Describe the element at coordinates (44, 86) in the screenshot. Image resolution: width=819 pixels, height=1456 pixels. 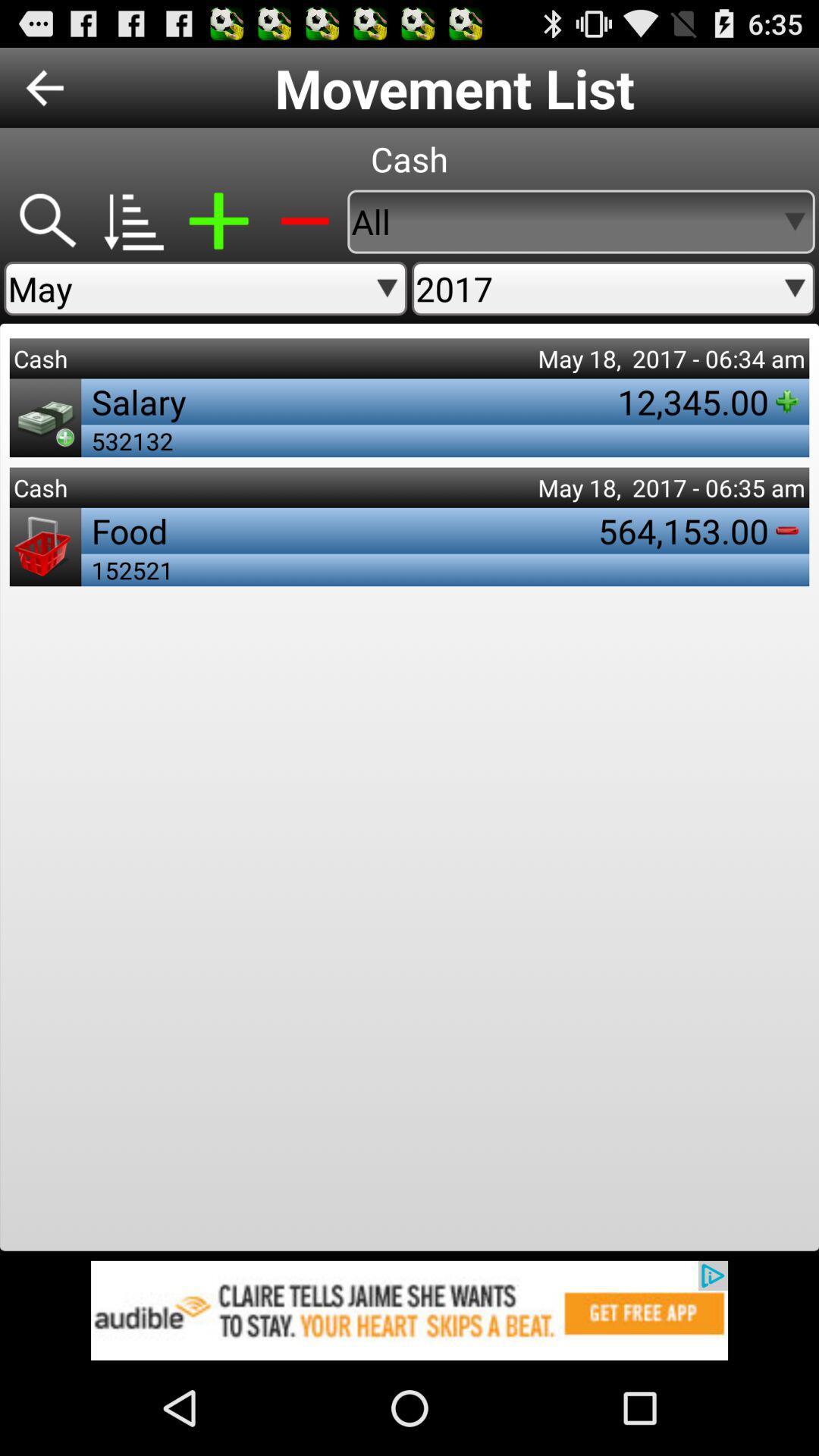
I see `go back` at that location.